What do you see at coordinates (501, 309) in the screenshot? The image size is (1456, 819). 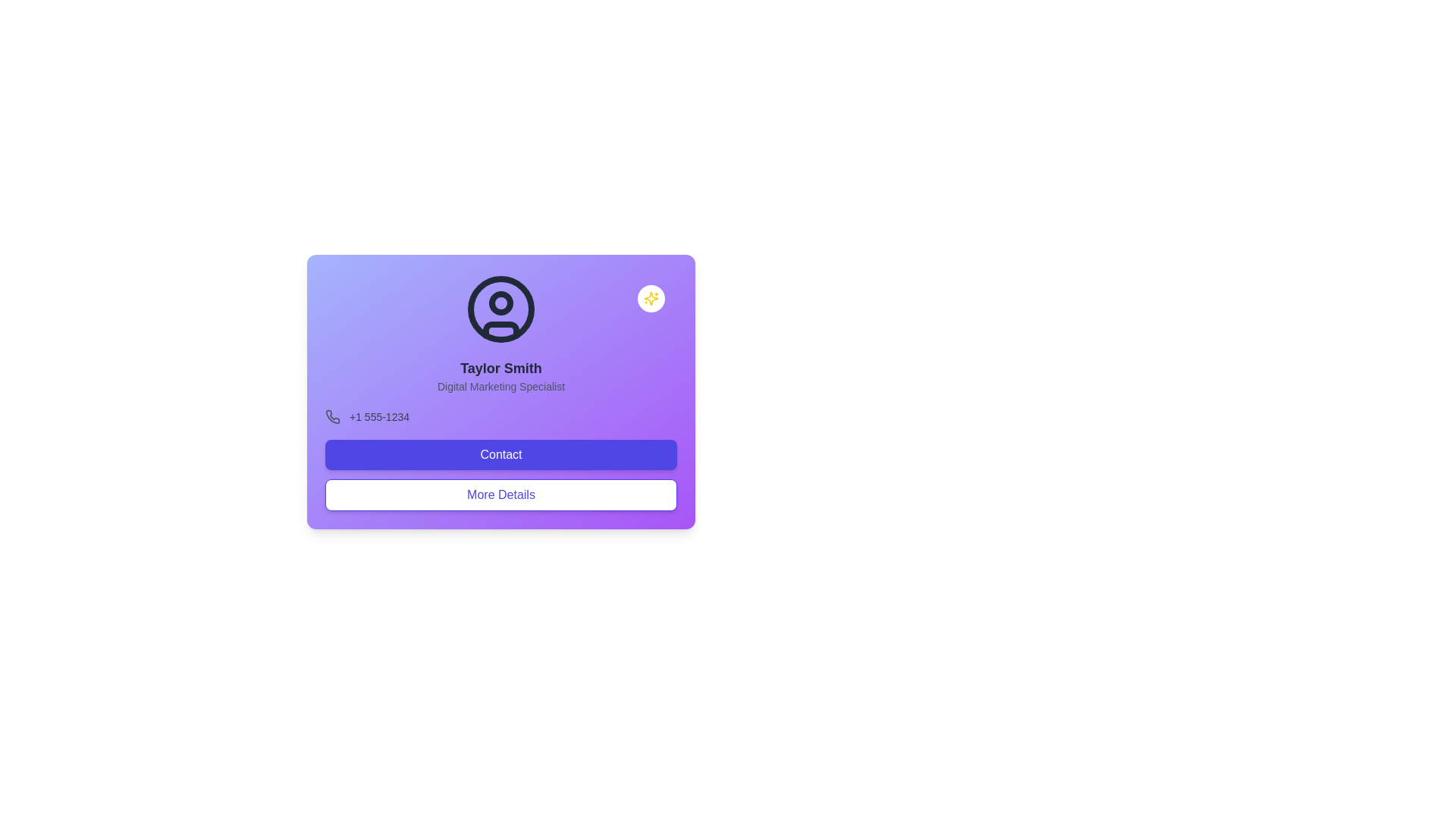 I see `the SVG Circle that represents part of the user profile icon, located at the top middle of the card interface, above the profile name 'Taylor Smith'` at bounding box center [501, 309].